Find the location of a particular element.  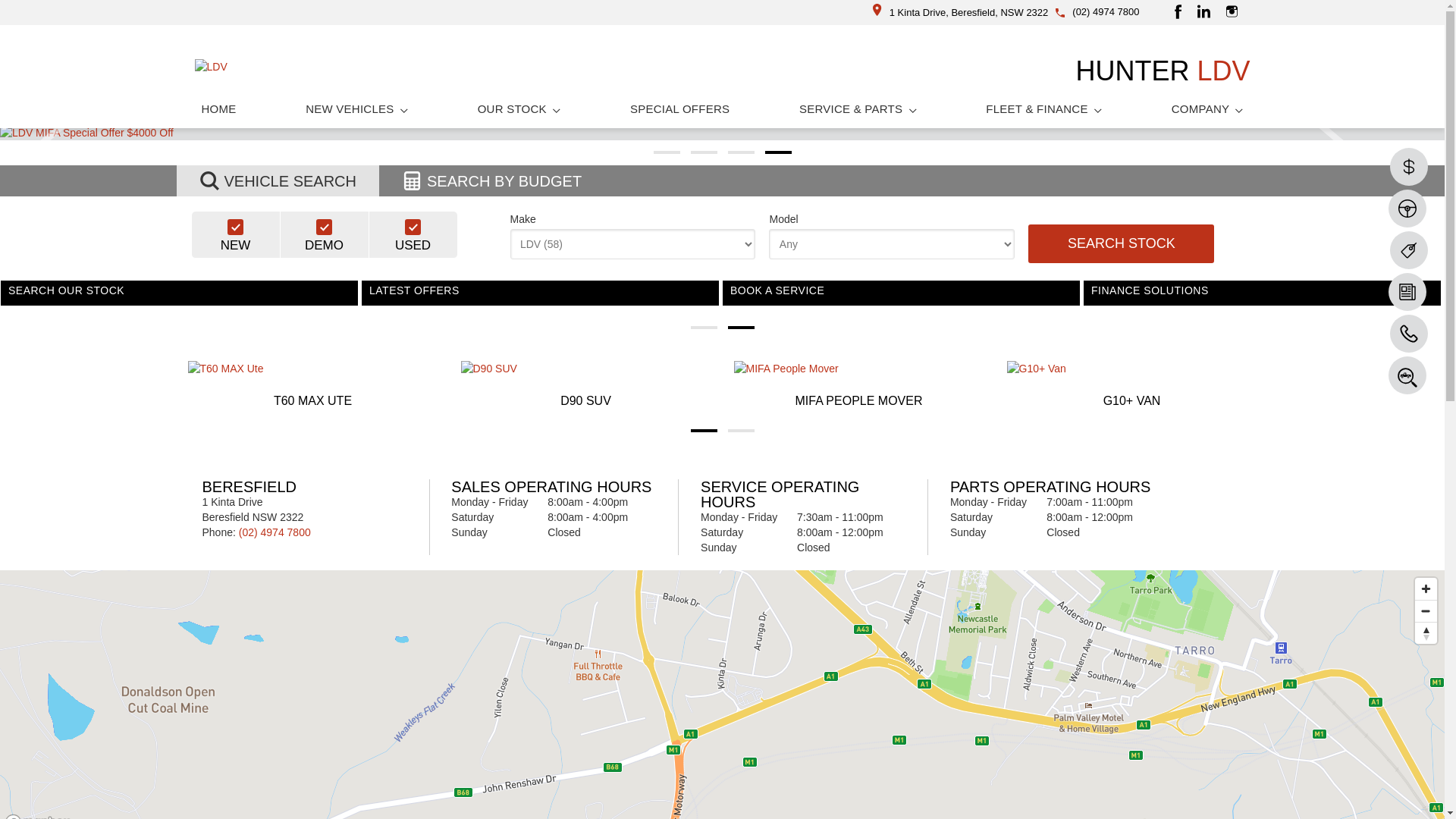

'HOME' is located at coordinates (218, 108).